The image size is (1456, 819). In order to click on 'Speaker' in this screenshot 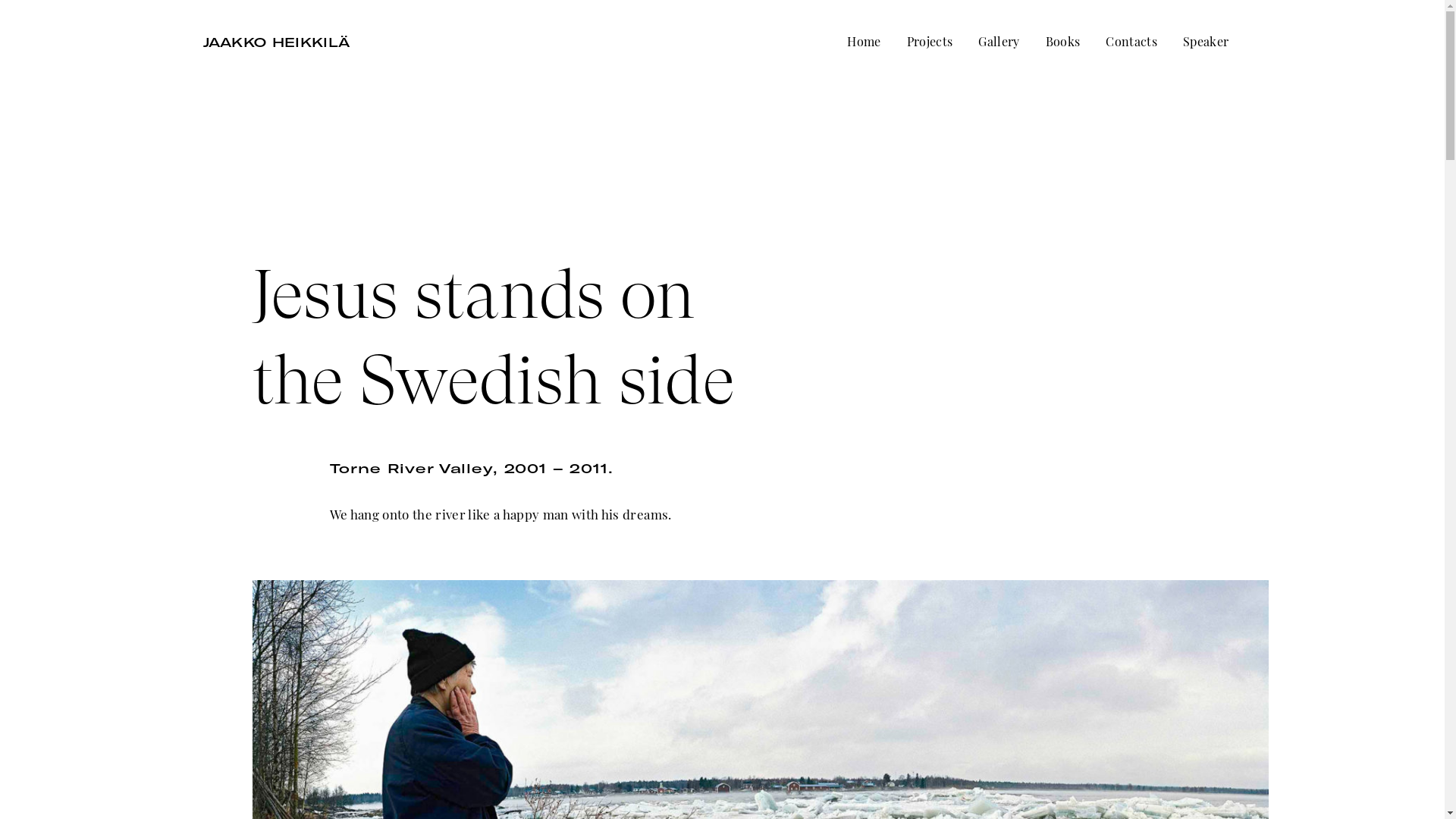, I will do `click(1205, 42)`.